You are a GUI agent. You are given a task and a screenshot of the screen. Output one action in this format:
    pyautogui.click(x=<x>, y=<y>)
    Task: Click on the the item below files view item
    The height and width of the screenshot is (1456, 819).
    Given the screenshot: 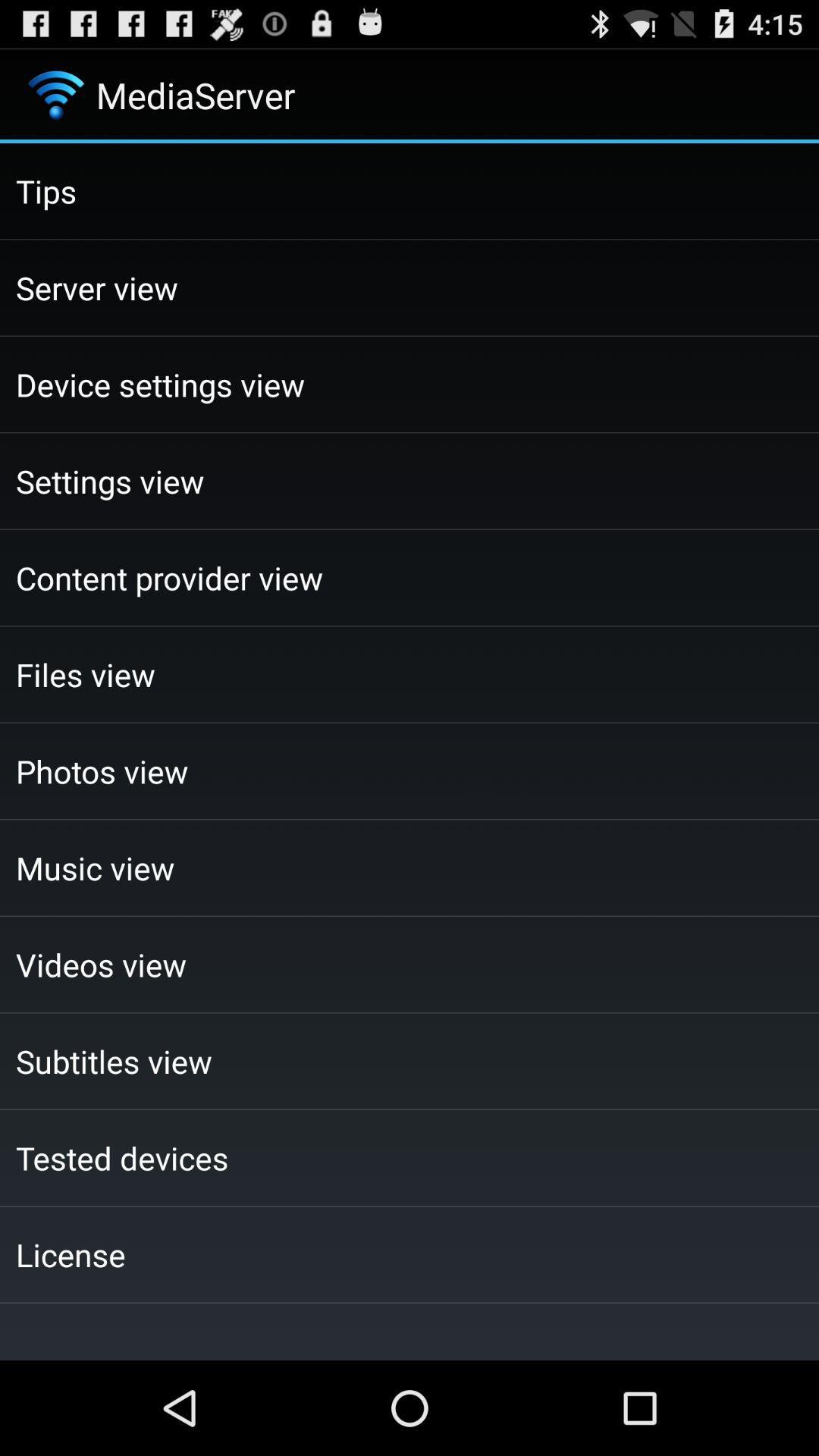 What is the action you would take?
    pyautogui.click(x=409, y=771)
    